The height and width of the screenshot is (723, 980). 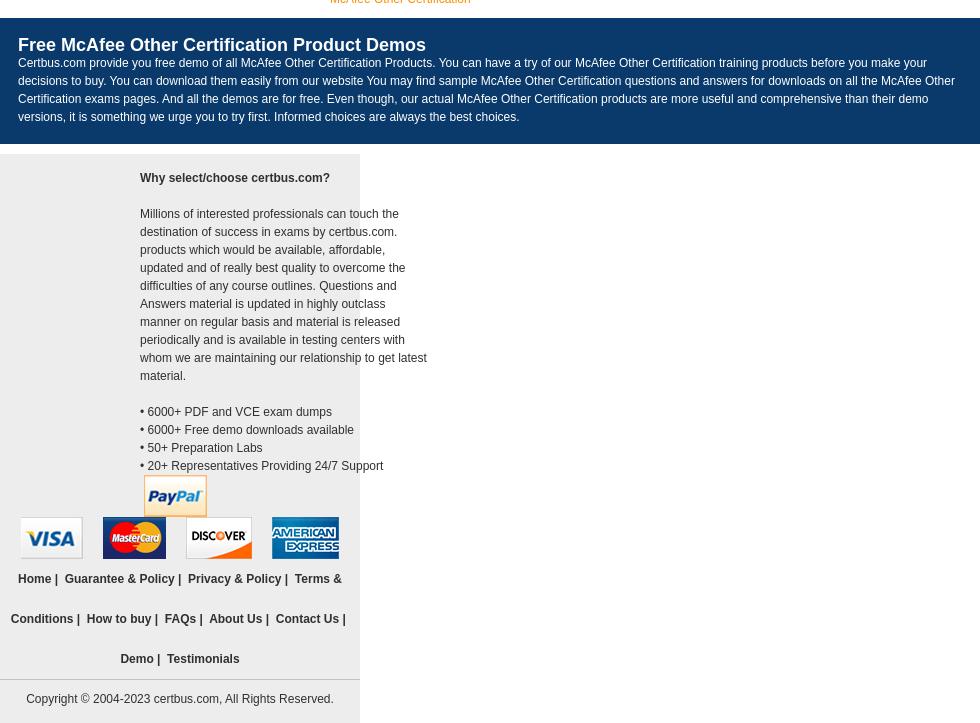 I want to click on 'Free McAfee Other Certification Product Demos', so click(x=221, y=44).